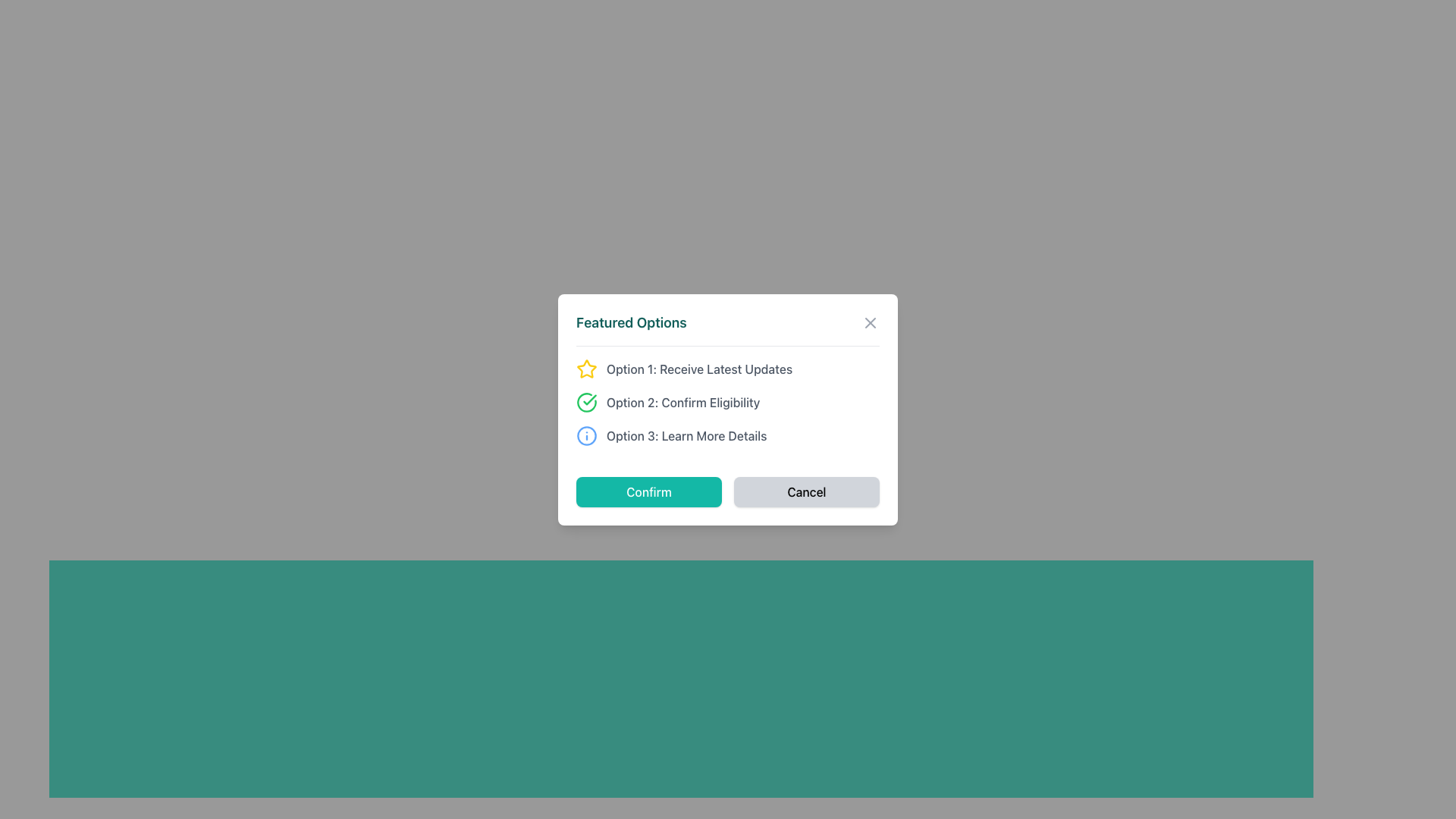 Image resolution: width=1456 pixels, height=819 pixels. What do you see at coordinates (728, 435) in the screenshot?
I see `the text label 'Option 3: Learn More Details' which is accompanied by an informational icon with a blue circular border` at bounding box center [728, 435].